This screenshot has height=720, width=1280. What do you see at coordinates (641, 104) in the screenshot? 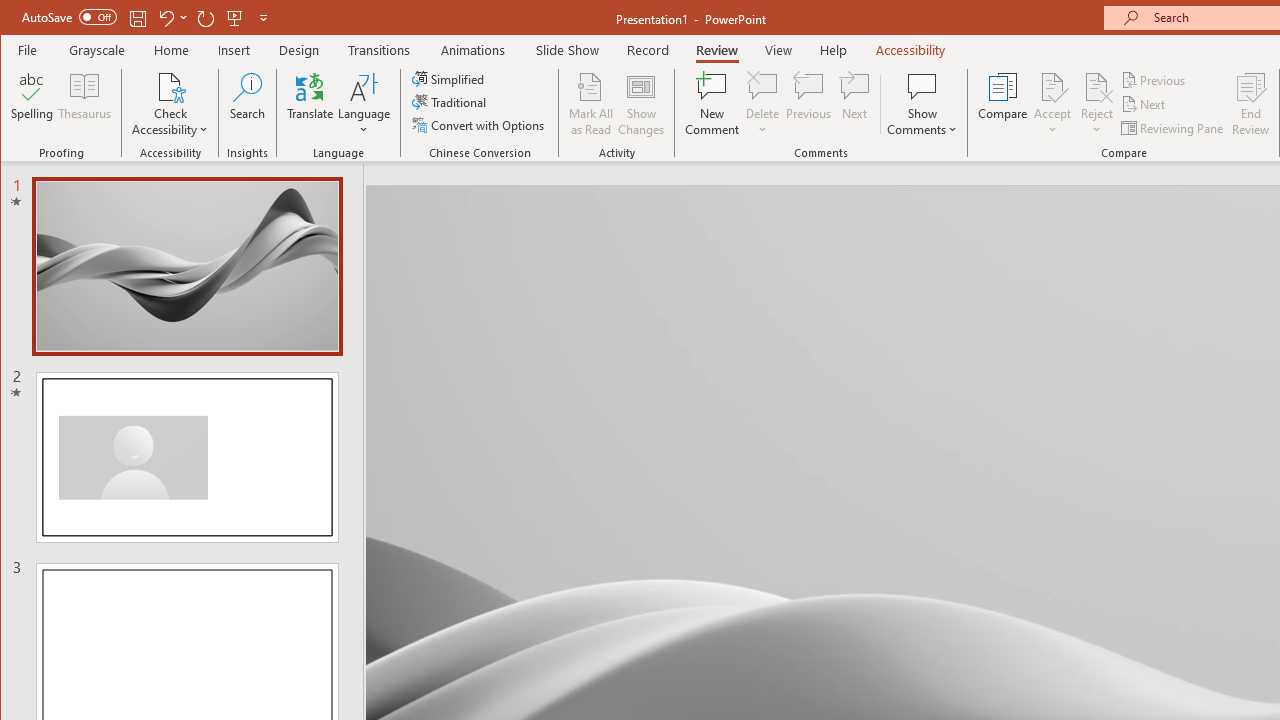
I see `'Show Changes'` at bounding box center [641, 104].